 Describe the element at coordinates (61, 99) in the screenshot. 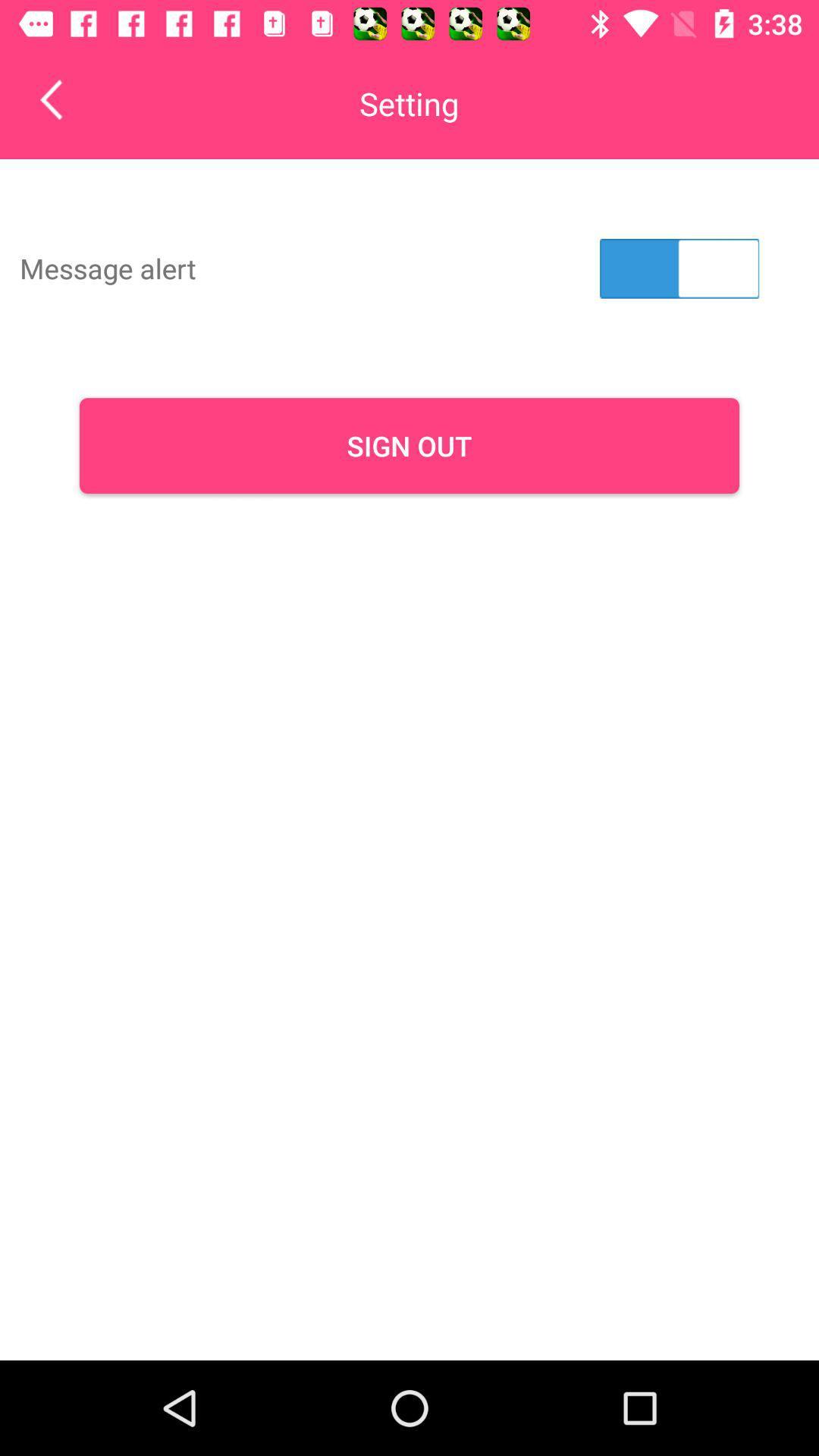

I see `the item to the left of setting` at that location.